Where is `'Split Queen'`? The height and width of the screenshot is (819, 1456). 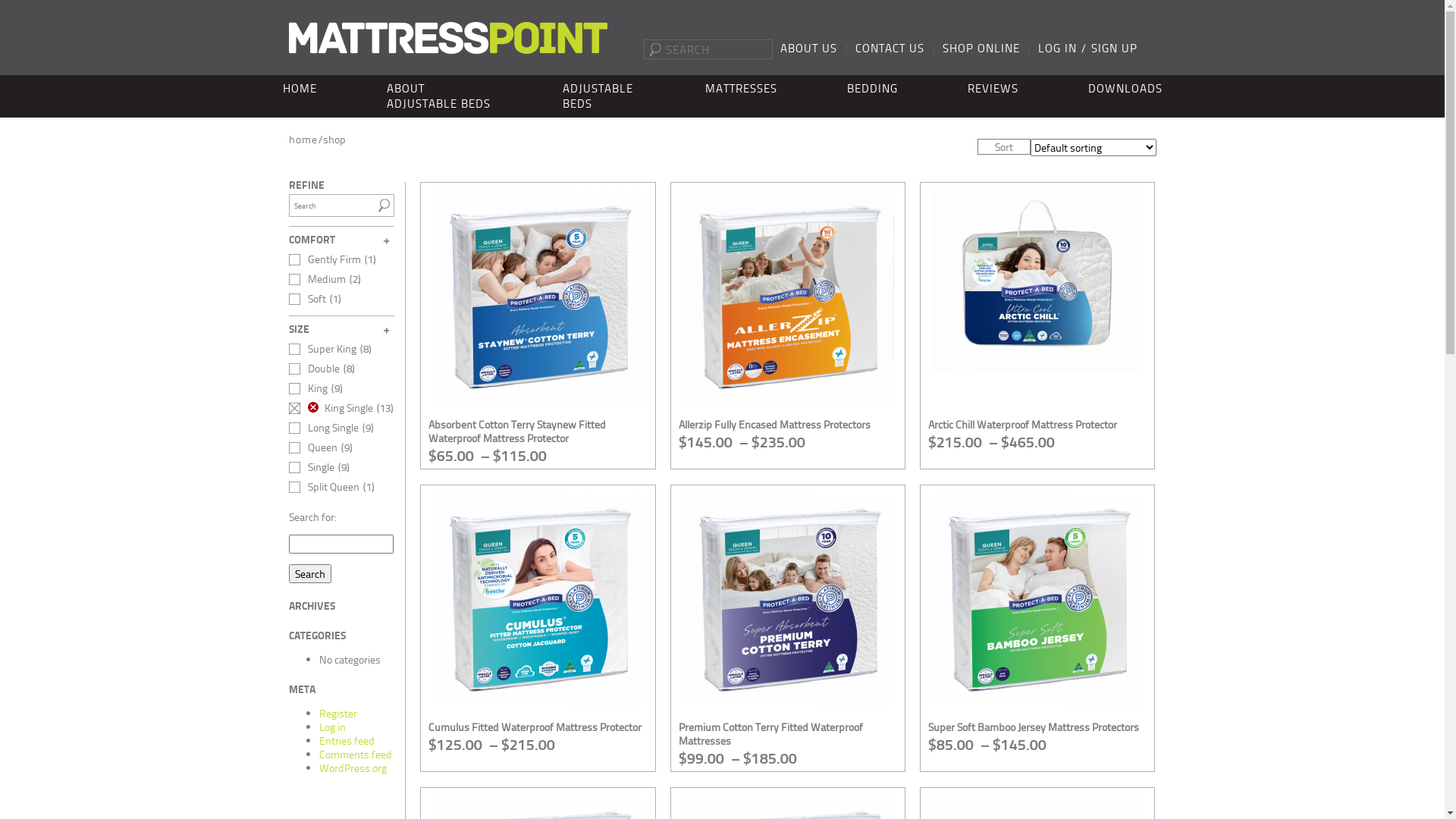 'Split Queen' is located at coordinates (322, 486).